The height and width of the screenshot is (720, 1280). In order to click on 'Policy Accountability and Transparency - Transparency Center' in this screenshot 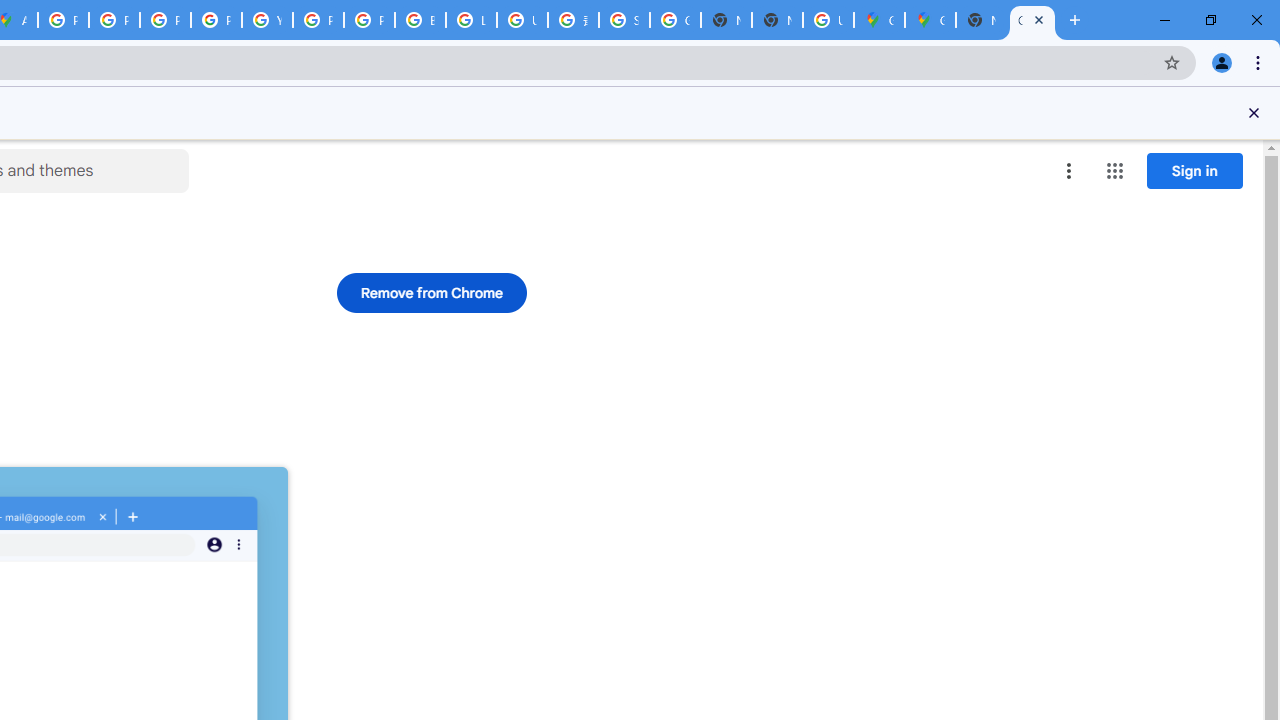, I will do `click(64, 20)`.